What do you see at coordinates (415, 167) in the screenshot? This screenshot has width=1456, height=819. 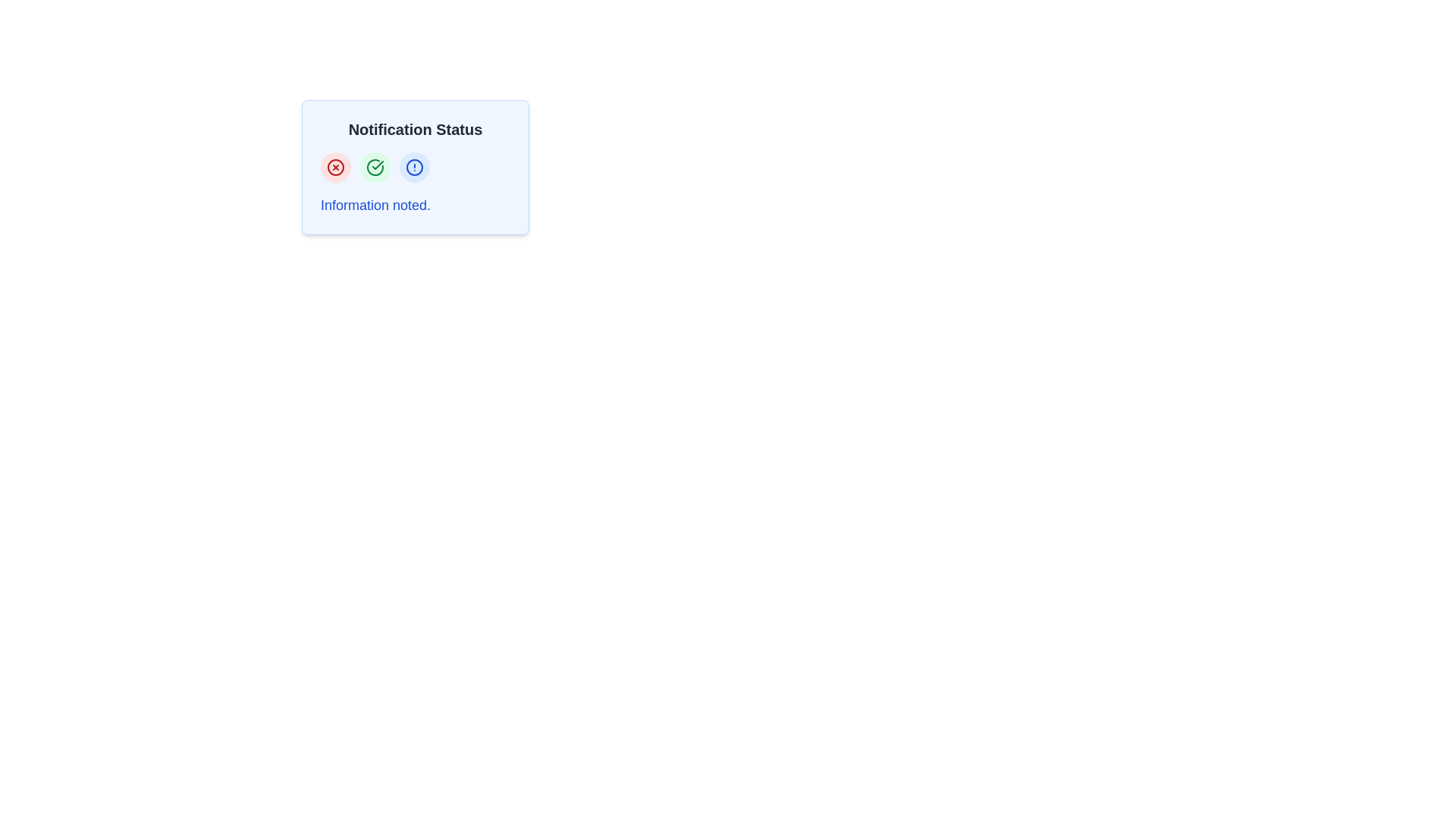 I see `the circular border of the third icon in the alert icon set, which is outlined and symmetrically positioned` at bounding box center [415, 167].